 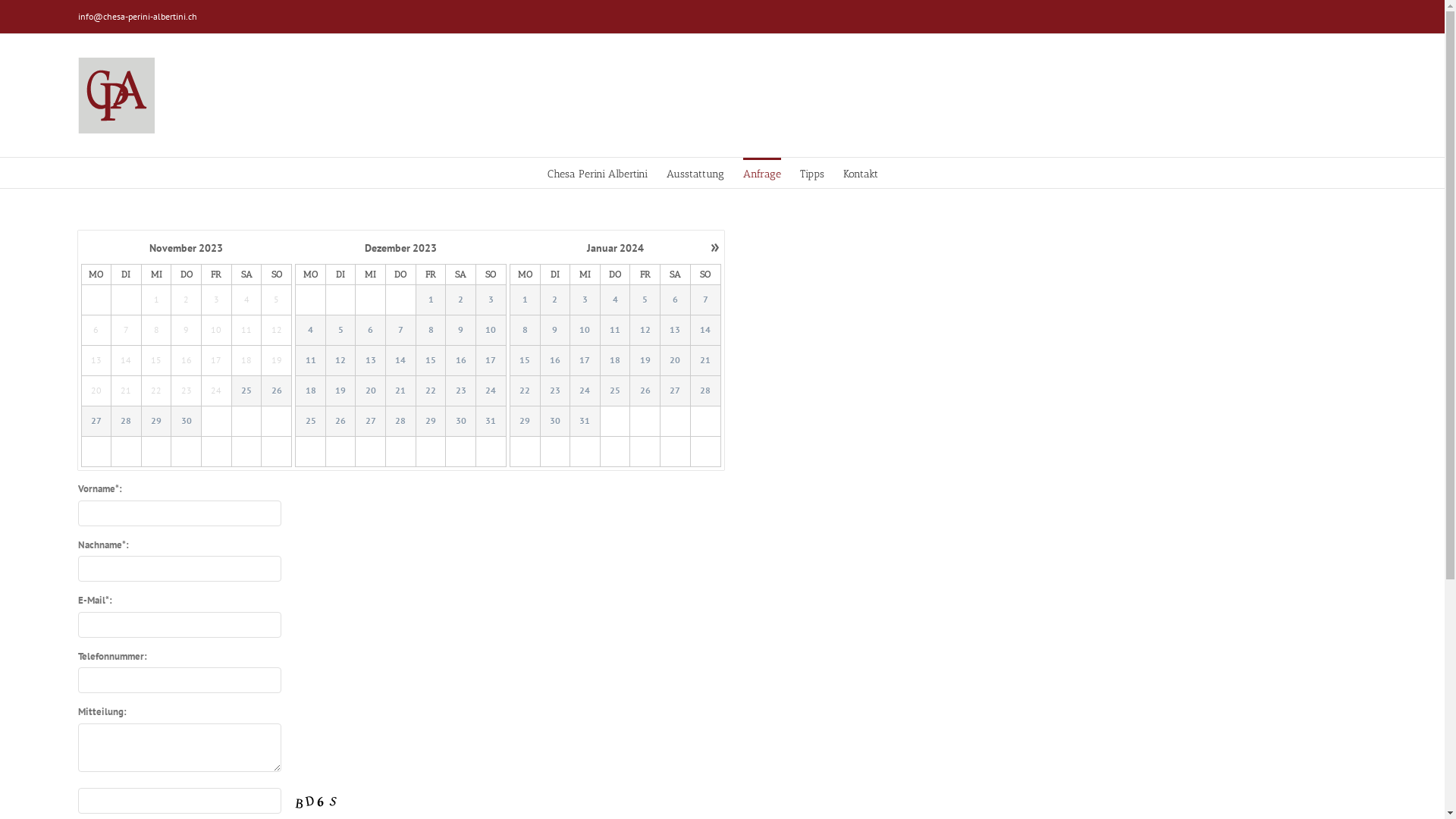 I want to click on 'Chesa Perini Albertini', so click(x=596, y=171).